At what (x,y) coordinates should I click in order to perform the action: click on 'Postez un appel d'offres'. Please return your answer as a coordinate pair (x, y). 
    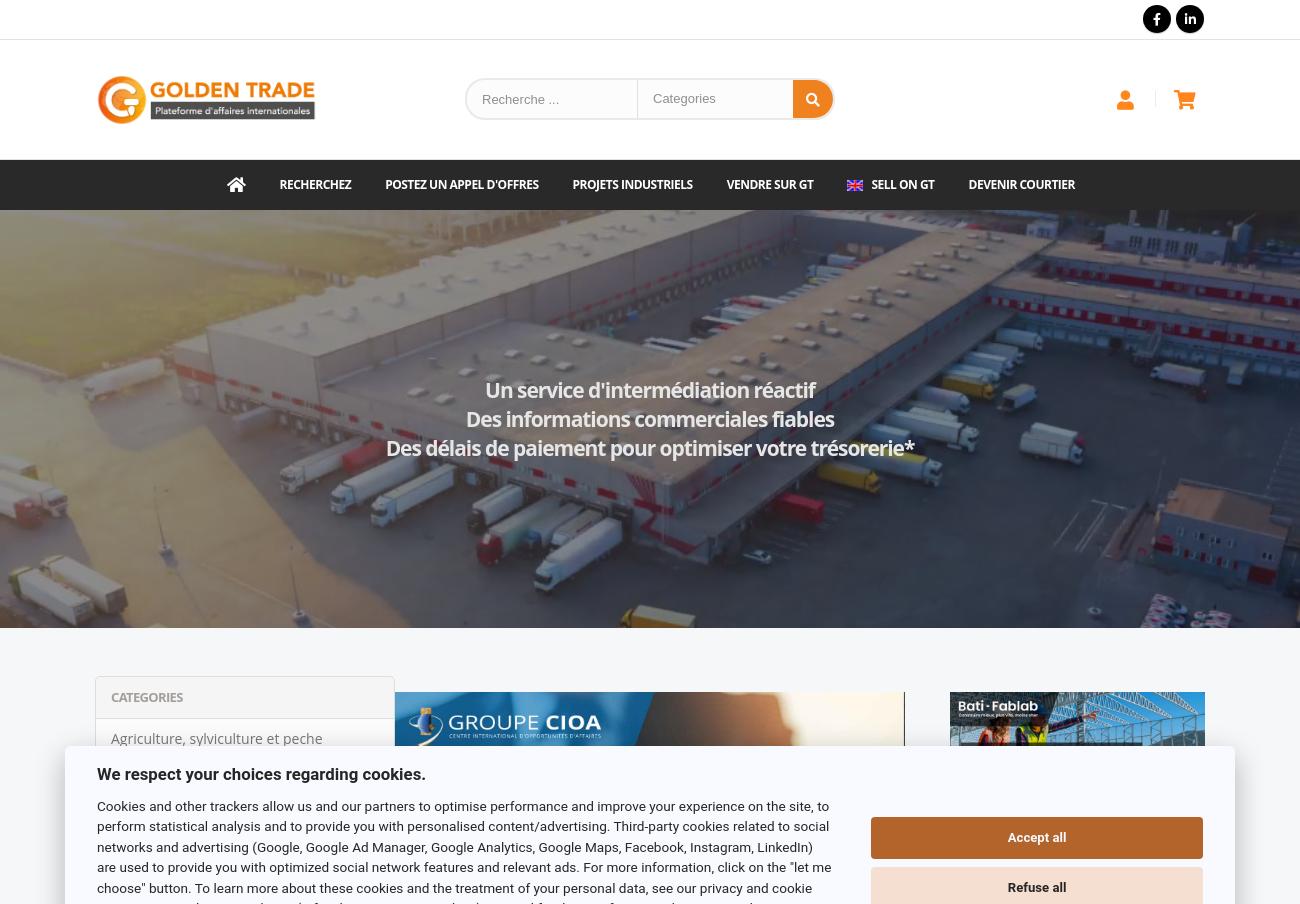
    Looking at the image, I should click on (385, 184).